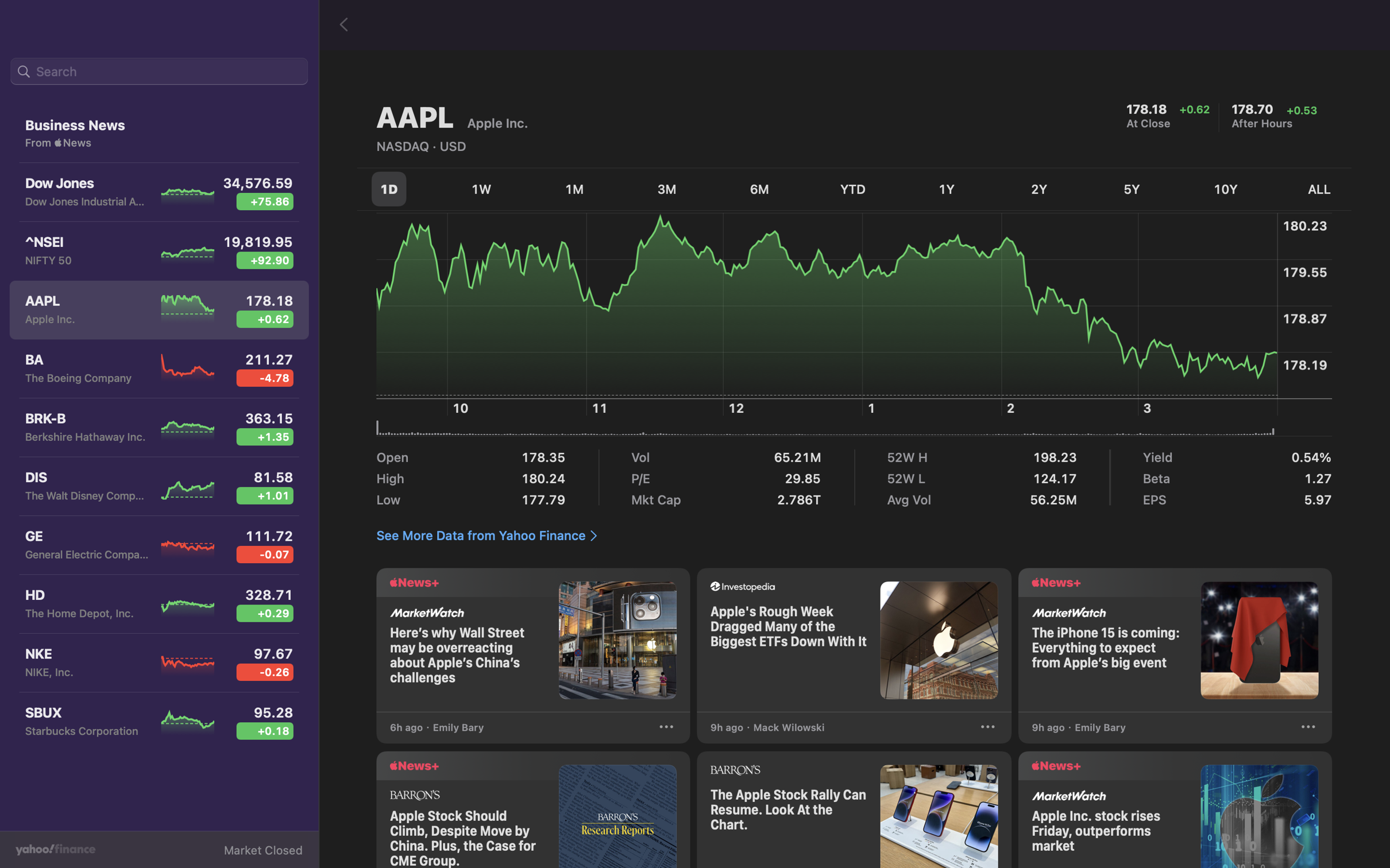 This screenshot has width=1390, height=868. Describe the element at coordinates (666, 190) in the screenshot. I see `Assess the stock shift over the previous three months` at that location.